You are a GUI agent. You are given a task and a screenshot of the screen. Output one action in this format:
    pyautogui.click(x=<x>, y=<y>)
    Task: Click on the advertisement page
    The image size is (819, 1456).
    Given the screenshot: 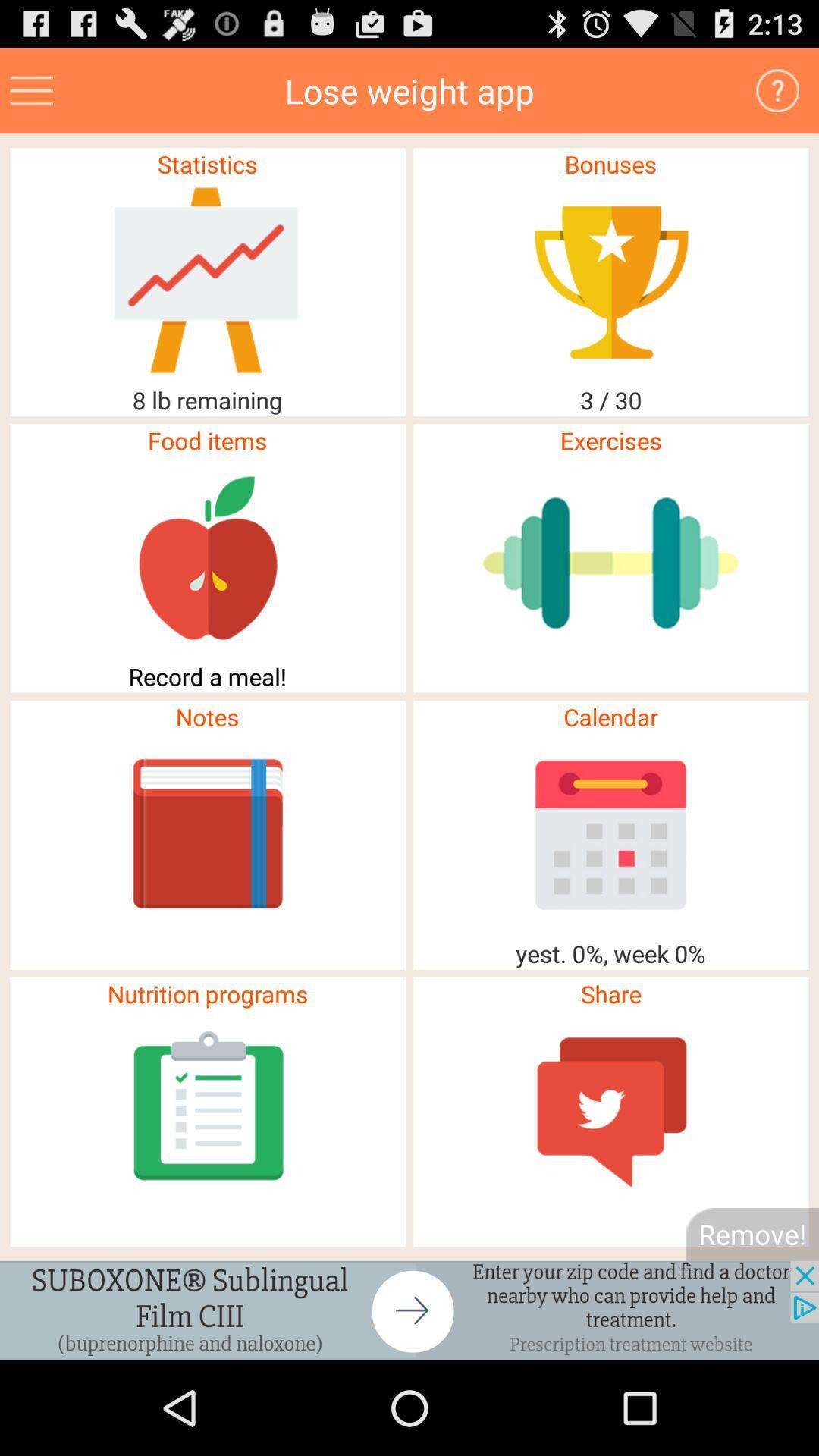 What is the action you would take?
    pyautogui.click(x=409, y=1310)
    